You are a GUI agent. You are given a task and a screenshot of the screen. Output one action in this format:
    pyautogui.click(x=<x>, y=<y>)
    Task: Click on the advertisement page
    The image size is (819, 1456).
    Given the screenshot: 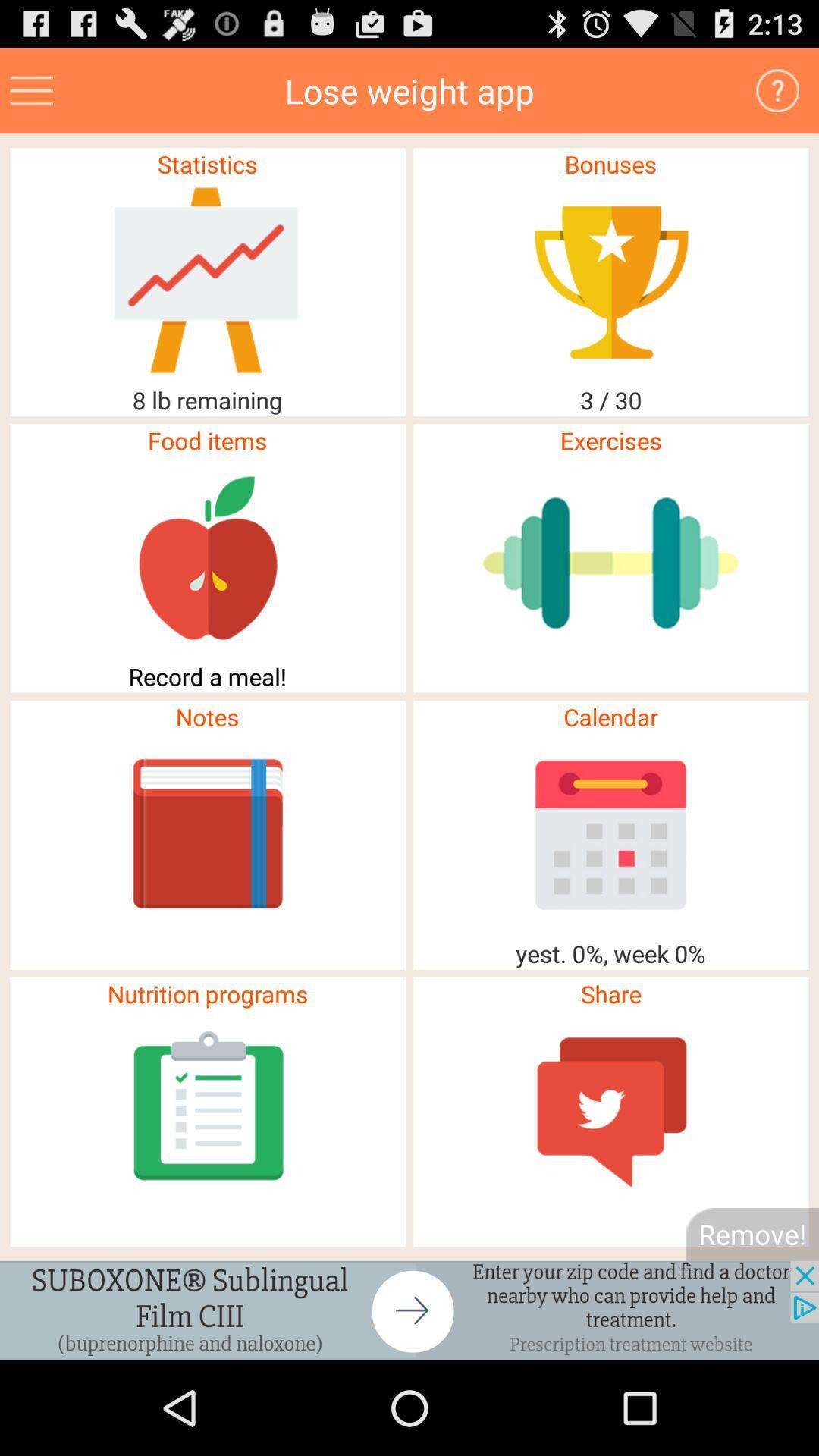 What is the action you would take?
    pyautogui.click(x=409, y=1310)
    